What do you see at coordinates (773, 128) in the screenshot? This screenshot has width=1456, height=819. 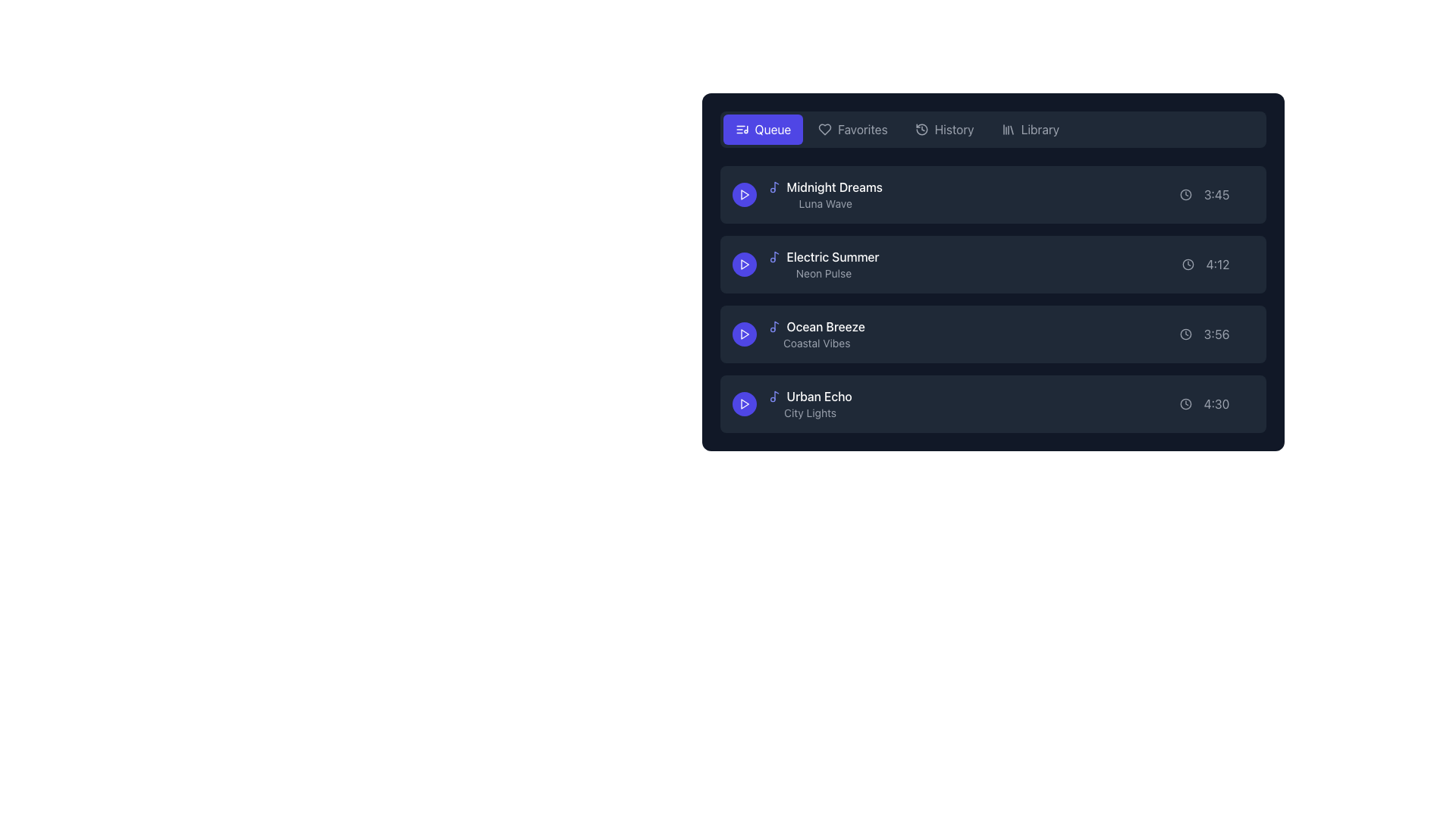 I see `the 'Queue' text label located in the first navigation option of the horizontal navigation bar` at bounding box center [773, 128].